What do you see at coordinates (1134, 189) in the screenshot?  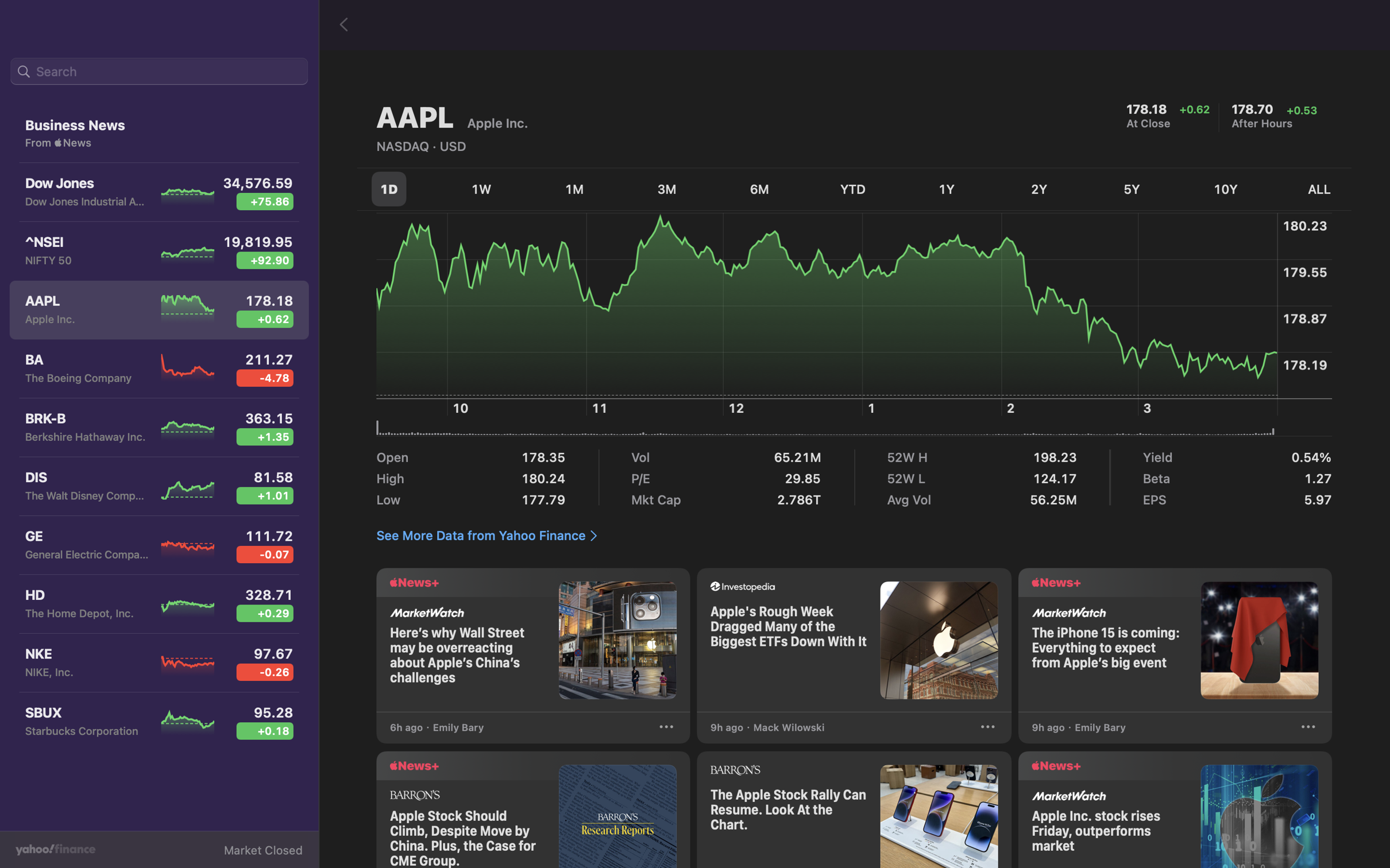 I see `Check the stock change for the past 5 years` at bounding box center [1134, 189].